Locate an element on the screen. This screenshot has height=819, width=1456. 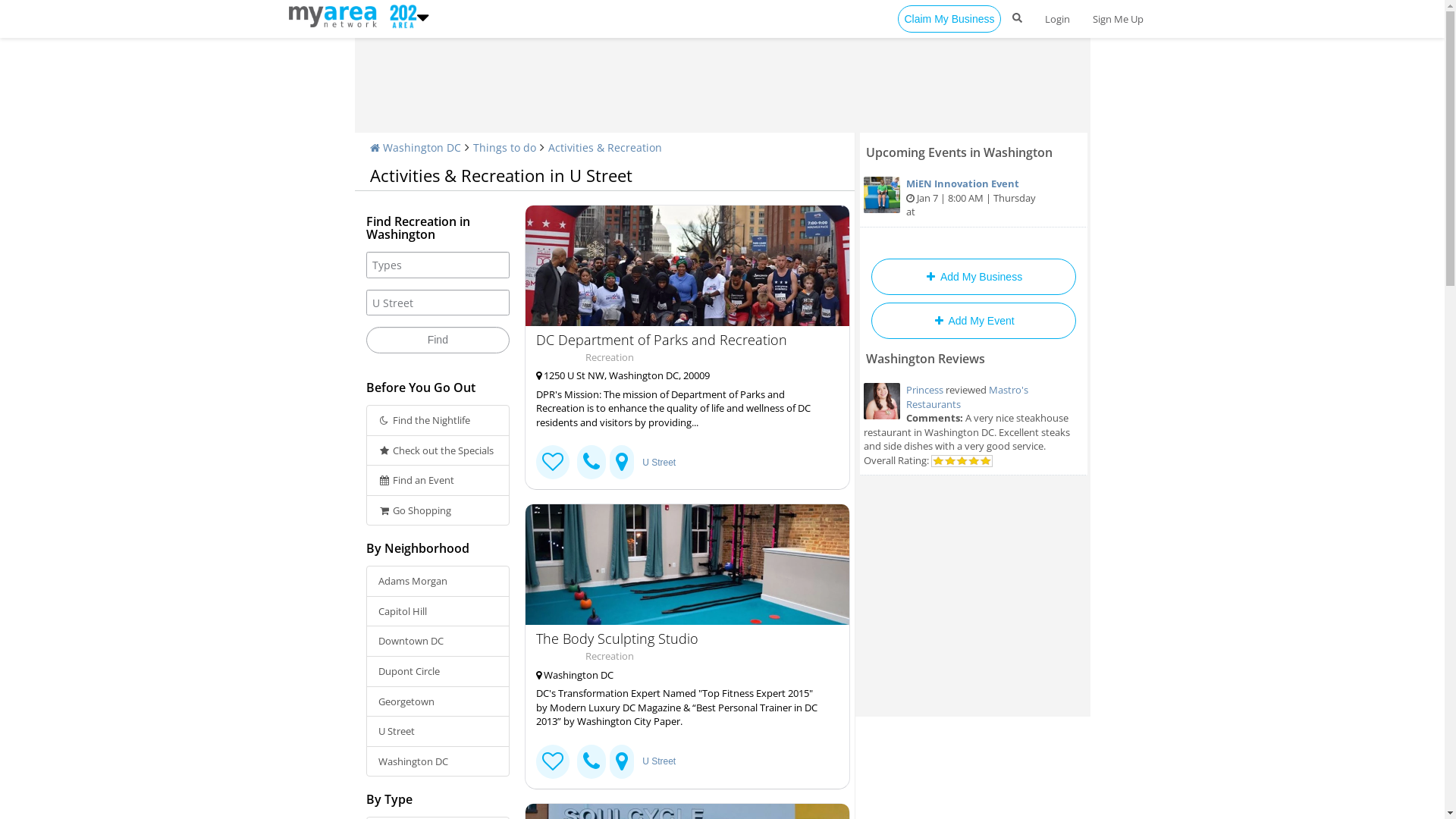
'Connect' is located at coordinates (552, 761).